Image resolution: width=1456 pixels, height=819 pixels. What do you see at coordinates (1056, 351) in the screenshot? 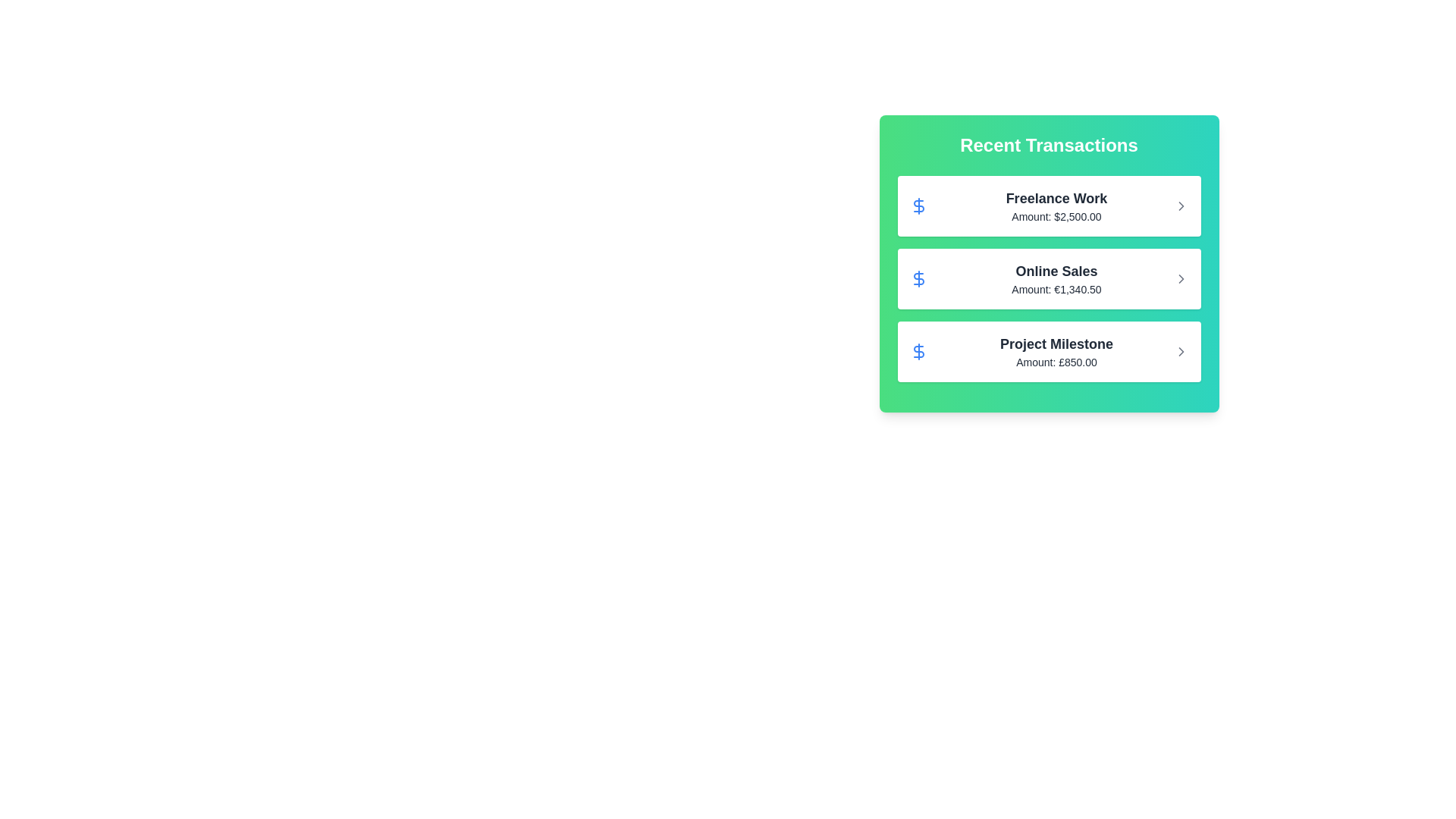
I see `the label displaying multi-line text for a specific transaction under 'Recent Transactions'` at bounding box center [1056, 351].